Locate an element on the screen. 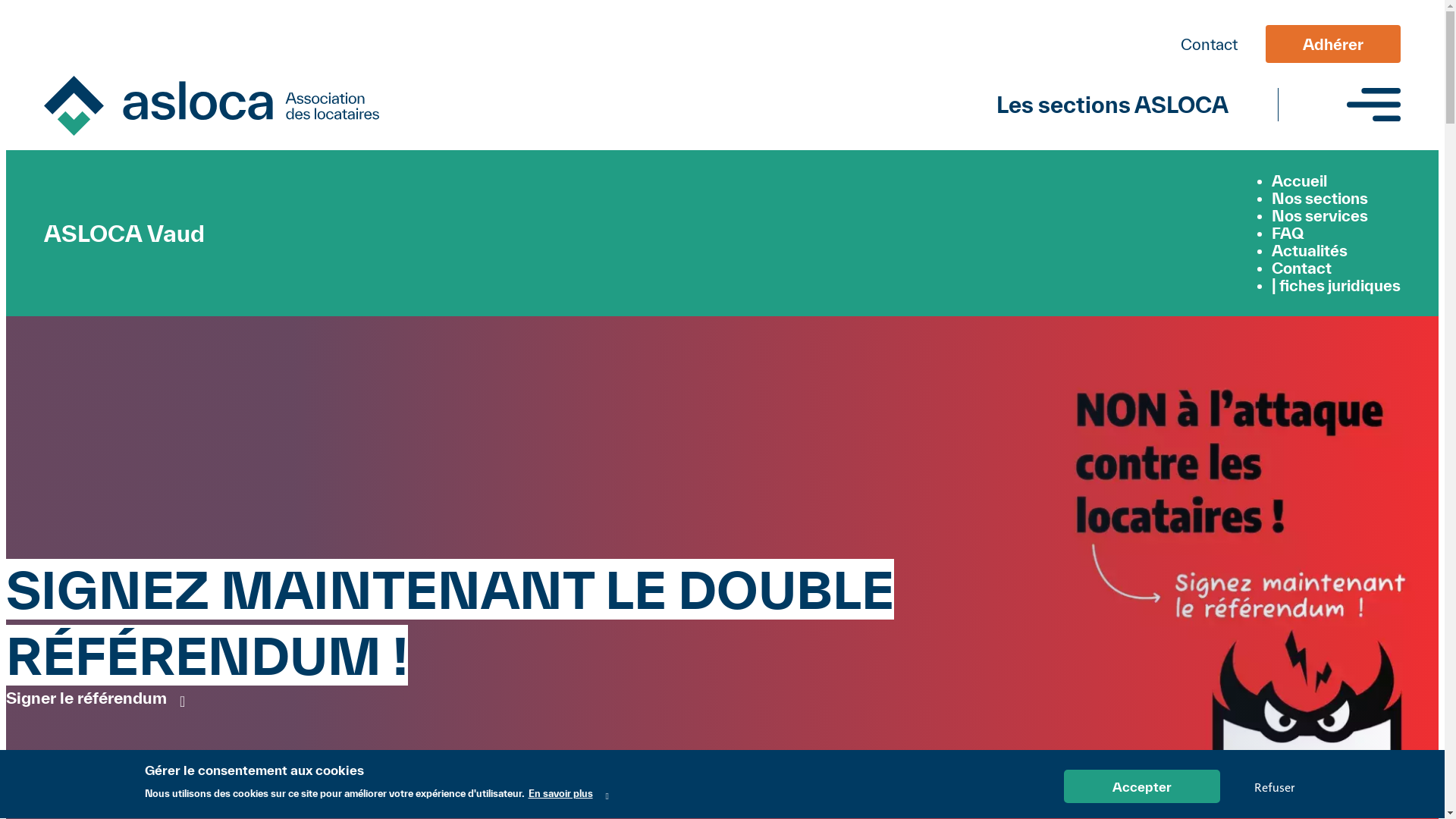 The height and width of the screenshot is (819, 1456). 'Aller au contenu principal' is located at coordinates (721, 8).